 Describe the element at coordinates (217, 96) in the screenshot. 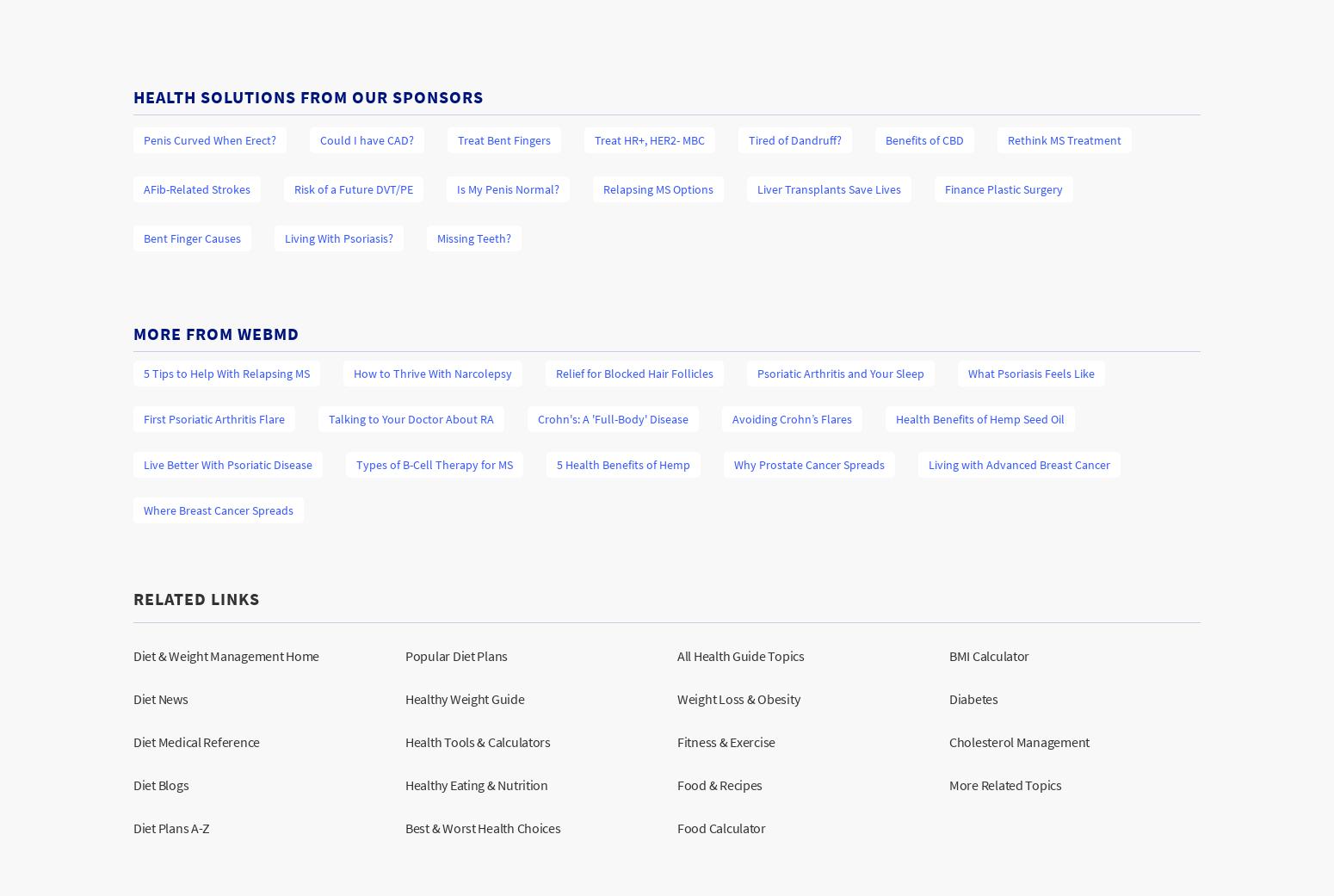

I see `'Health Solutions'` at that location.